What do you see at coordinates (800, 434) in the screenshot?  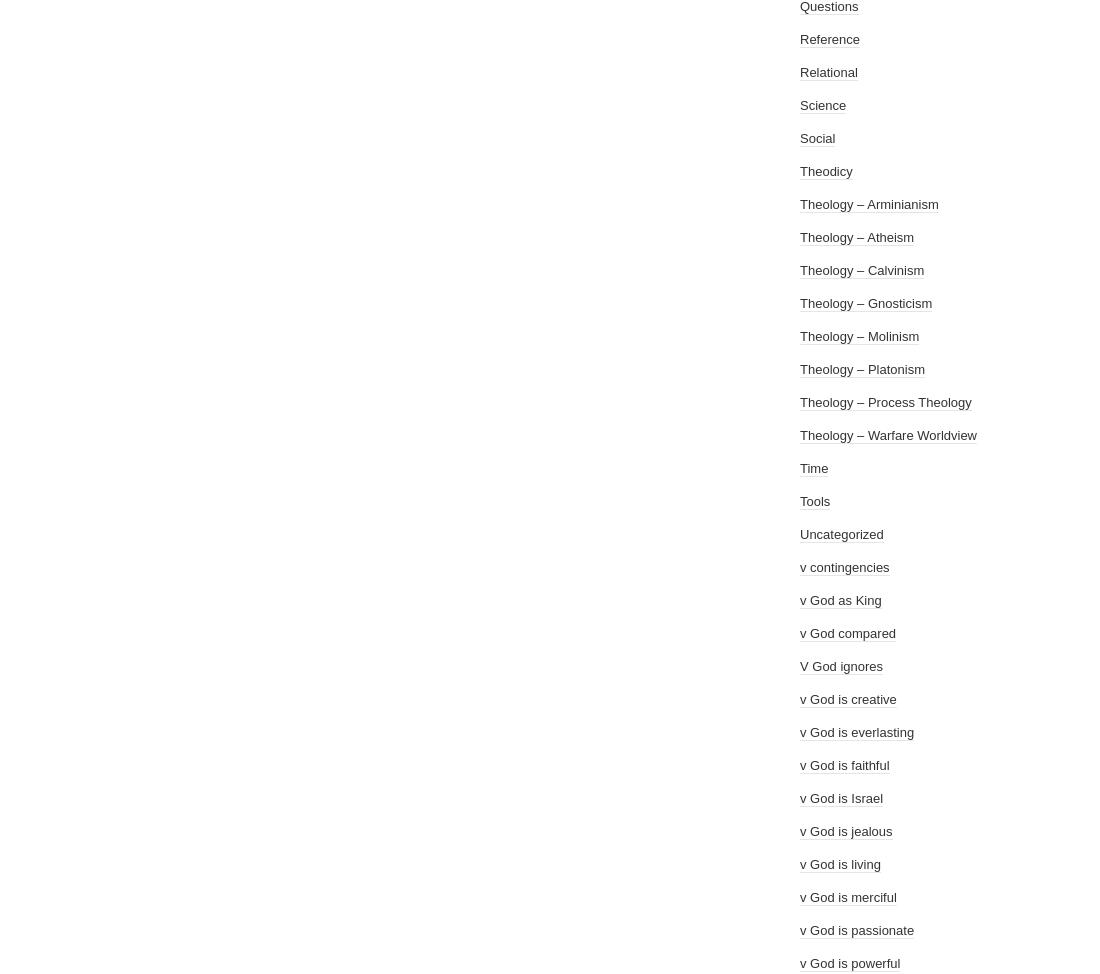 I see `'Theology – Warfare Worldview'` at bounding box center [800, 434].